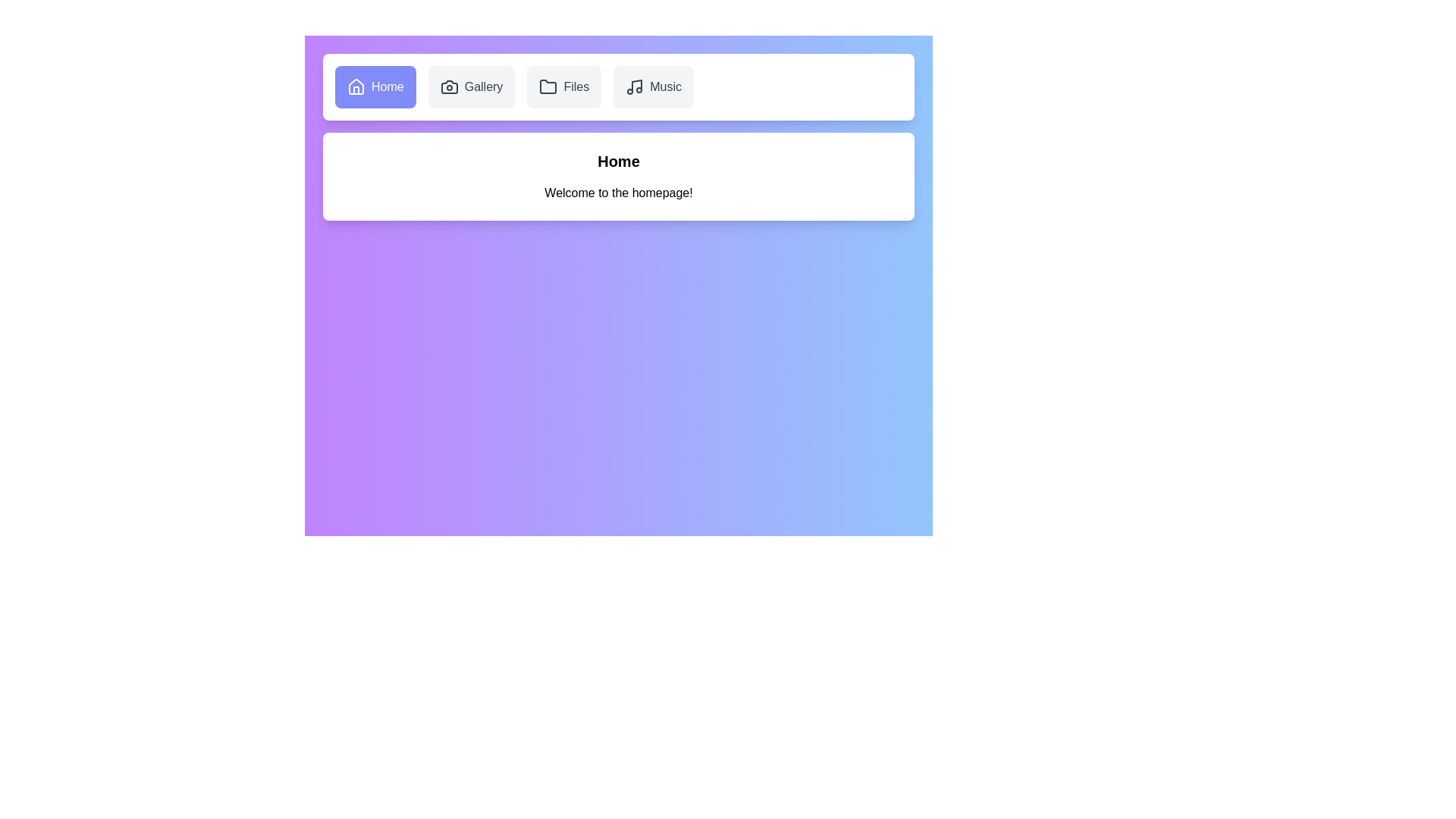 This screenshot has width=1456, height=819. What do you see at coordinates (375, 87) in the screenshot?
I see `the Home tab by clicking on it` at bounding box center [375, 87].